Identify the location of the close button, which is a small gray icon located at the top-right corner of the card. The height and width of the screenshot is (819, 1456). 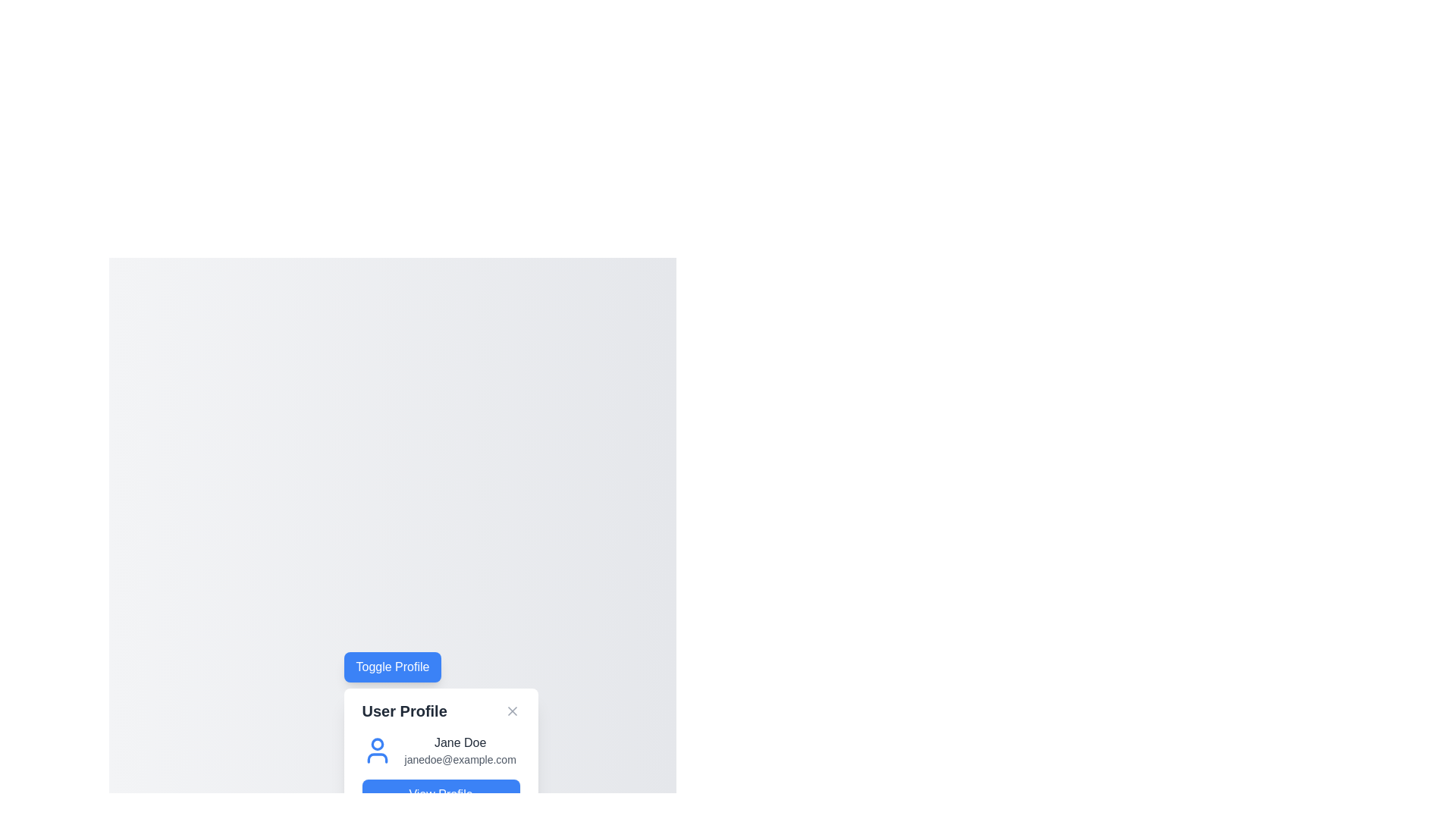
(512, 711).